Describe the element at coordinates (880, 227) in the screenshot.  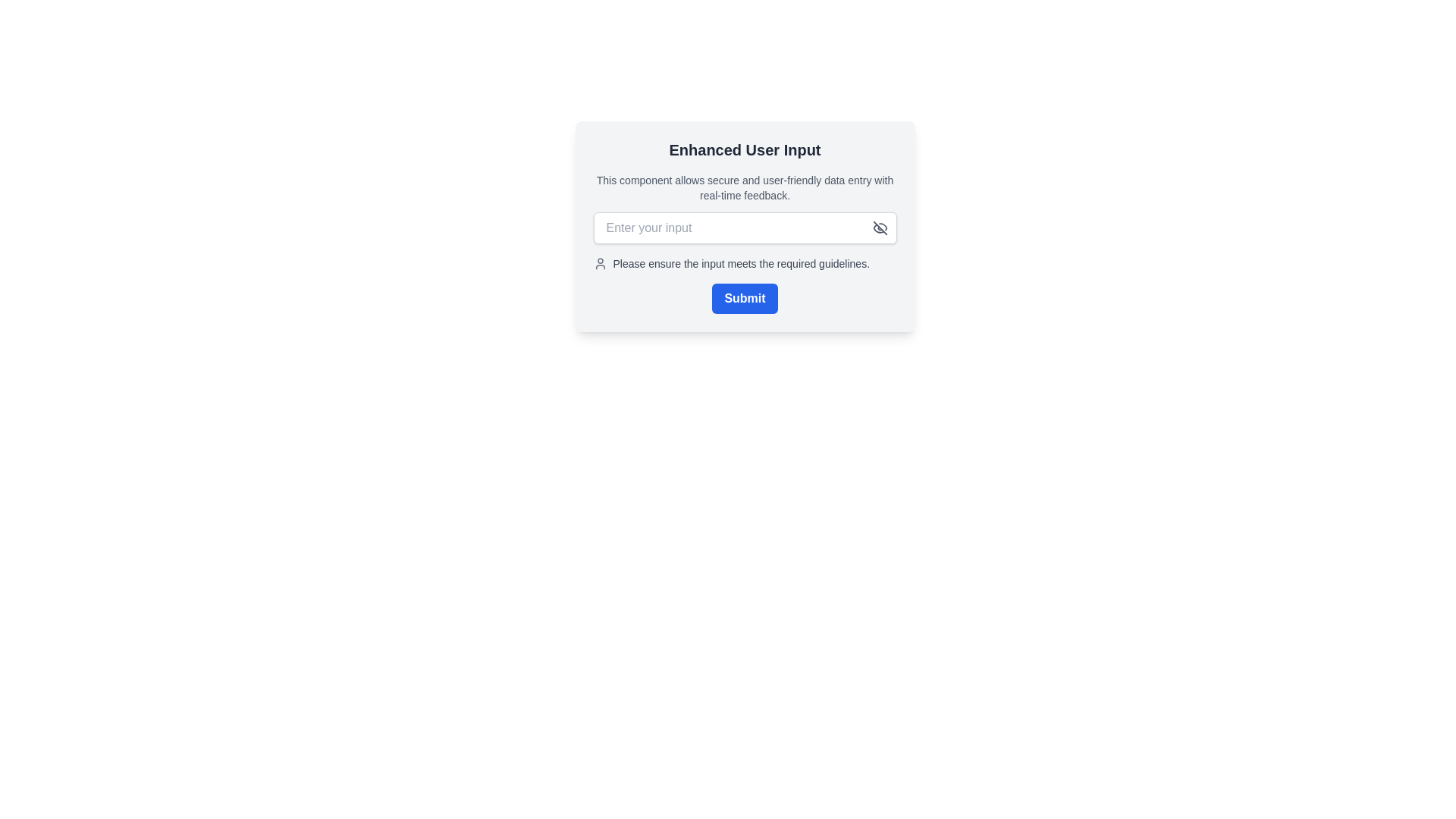
I see `the icon button located at the far right of the password input field` at that location.